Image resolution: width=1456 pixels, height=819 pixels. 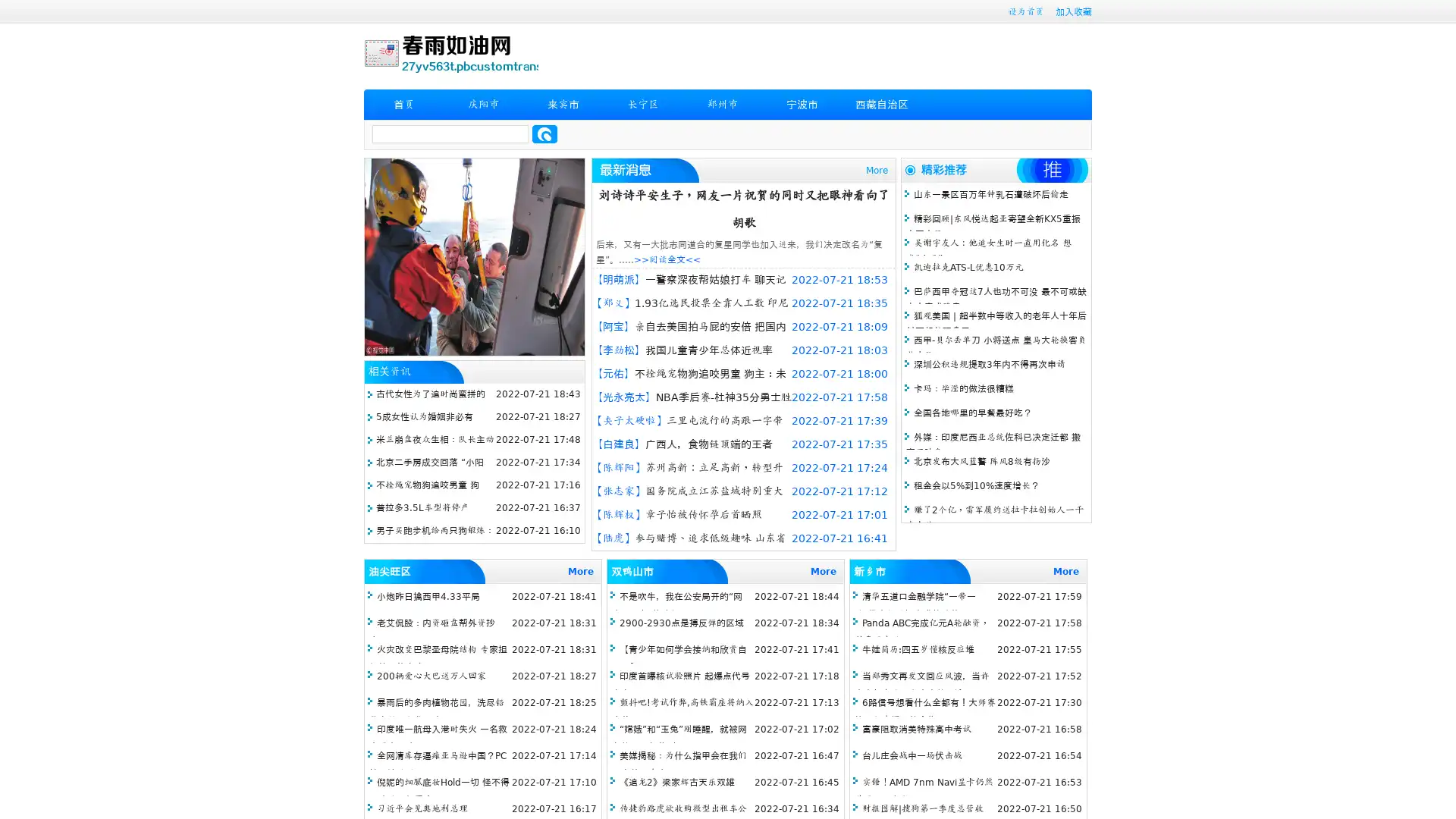 What do you see at coordinates (544, 133) in the screenshot?
I see `Search` at bounding box center [544, 133].